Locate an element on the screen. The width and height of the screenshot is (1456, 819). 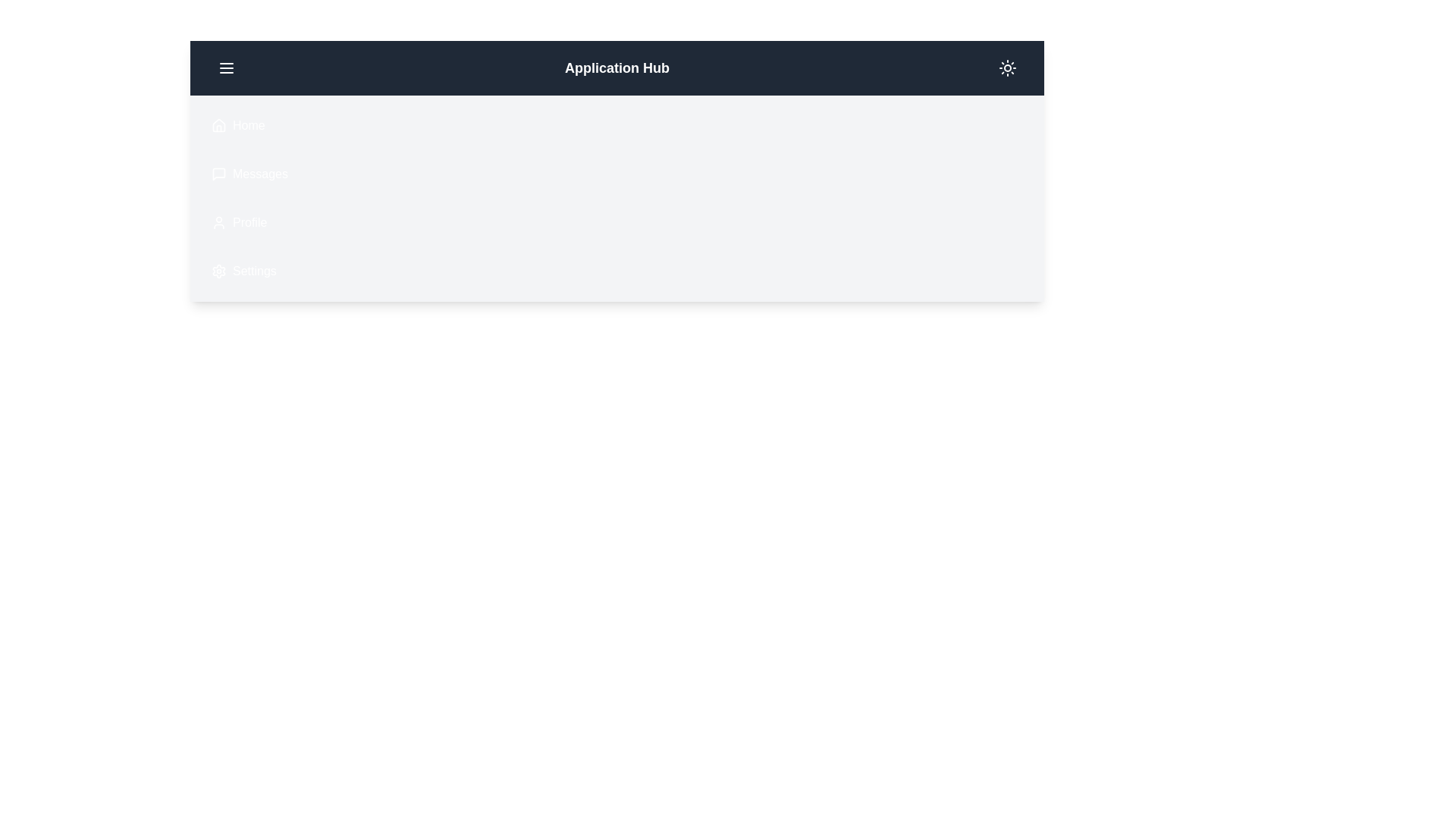
the application title to interact with it is located at coordinates (617, 67).